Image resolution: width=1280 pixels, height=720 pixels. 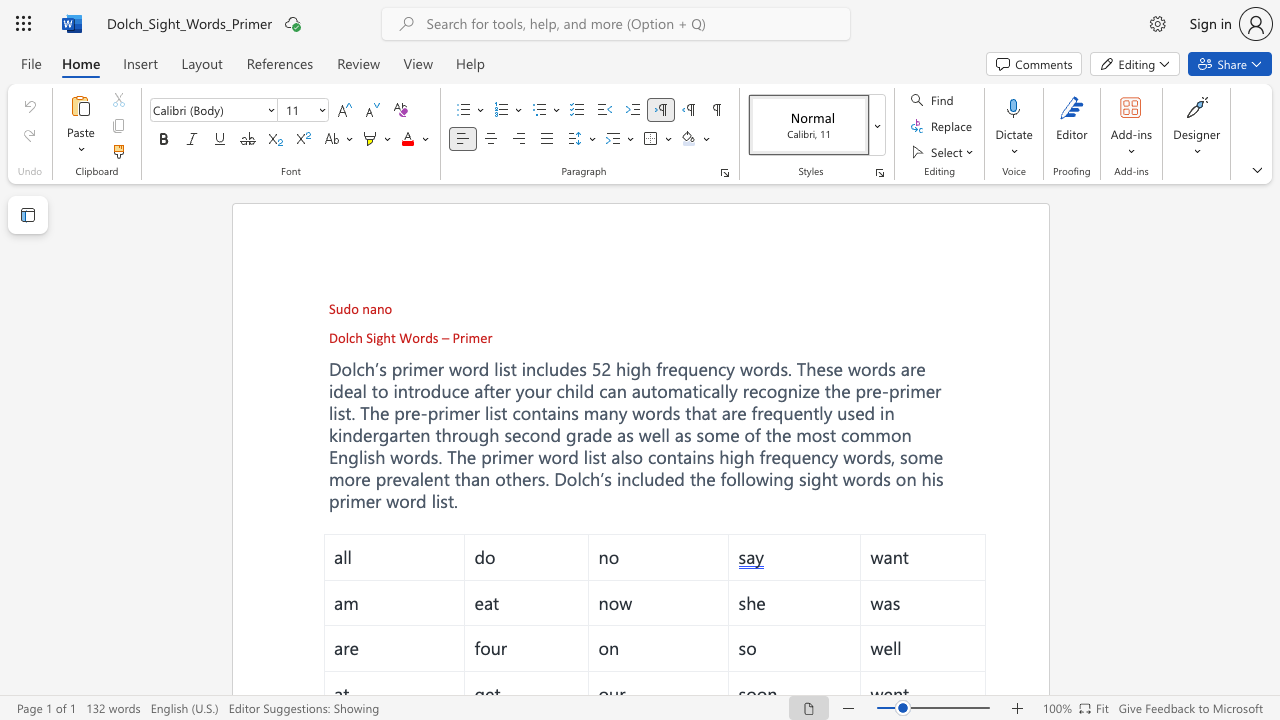 What do you see at coordinates (440, 336) in the screenshot?
I see `the subset text "– Prime" within the text "Dolch Sight Words – Primer"` at bounding box center [440, 336].